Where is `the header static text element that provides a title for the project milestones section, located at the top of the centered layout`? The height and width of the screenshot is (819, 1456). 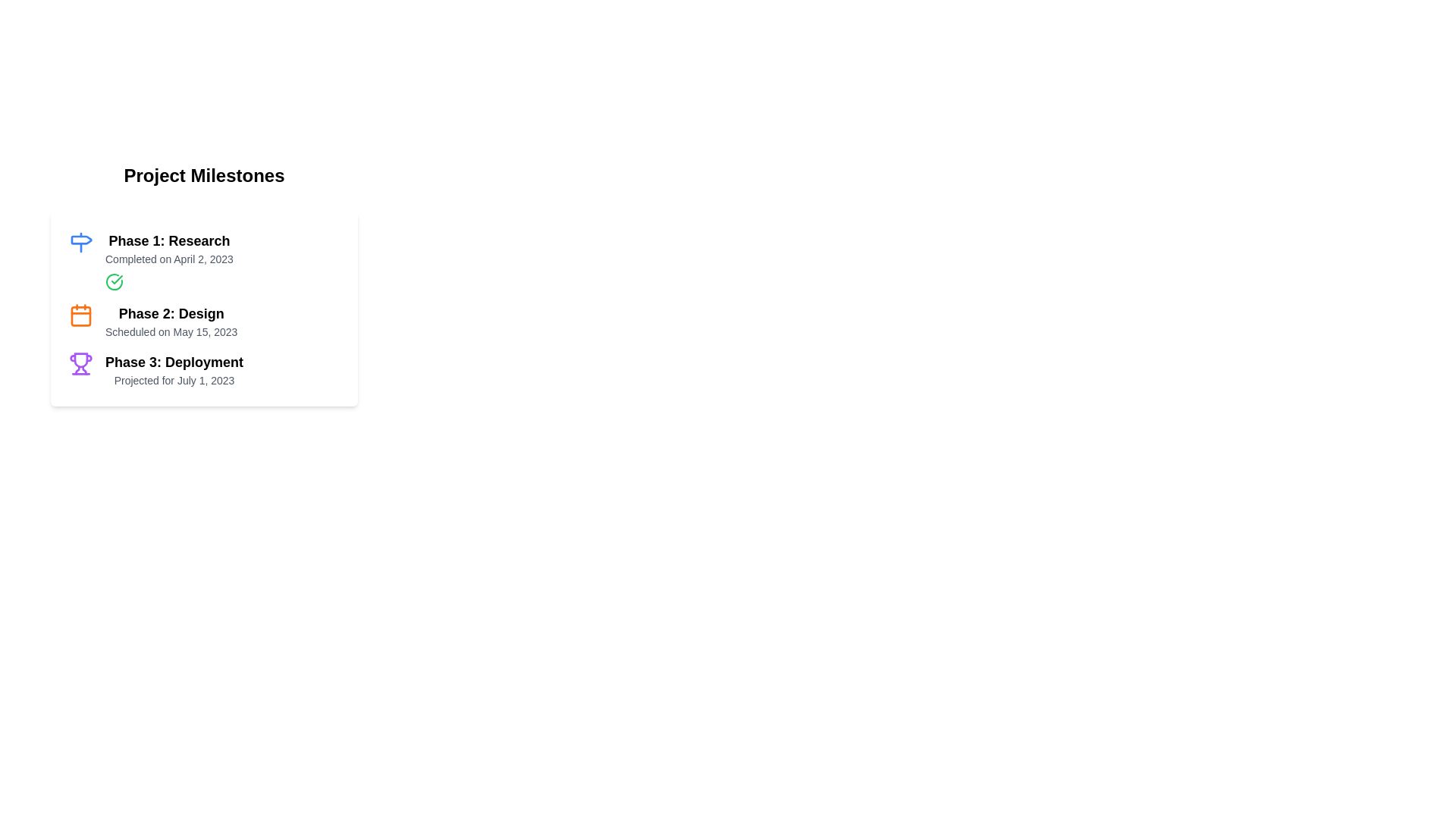
the header static text element that provides a title for the project milestones section, located at the top of the centered layout is located at coordinates (203, 174).